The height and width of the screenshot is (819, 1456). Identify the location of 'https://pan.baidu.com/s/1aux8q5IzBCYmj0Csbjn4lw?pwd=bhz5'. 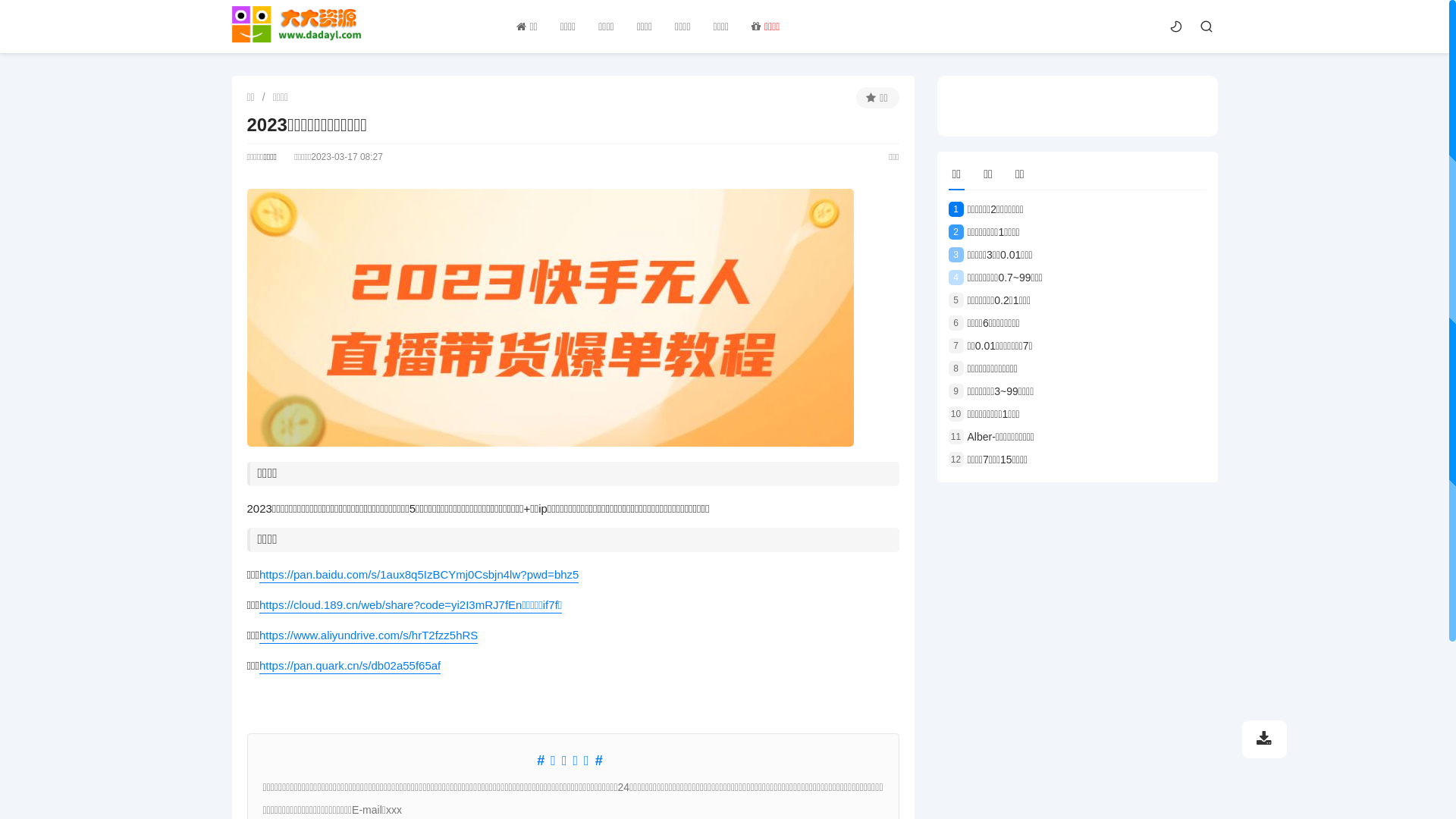
(419, 575).